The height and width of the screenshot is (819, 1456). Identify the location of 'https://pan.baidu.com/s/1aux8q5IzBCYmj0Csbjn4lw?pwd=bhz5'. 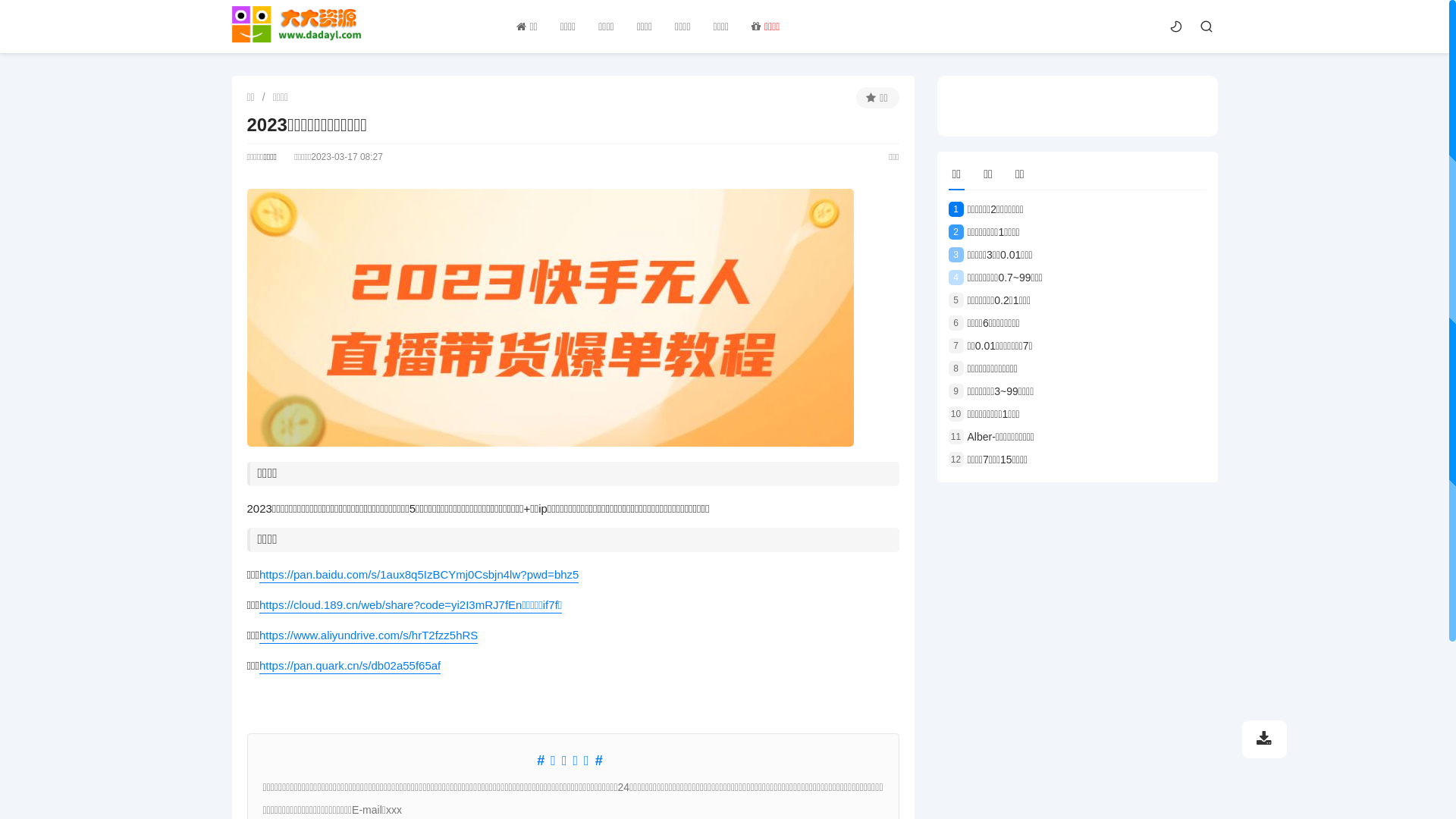
(419, 575).